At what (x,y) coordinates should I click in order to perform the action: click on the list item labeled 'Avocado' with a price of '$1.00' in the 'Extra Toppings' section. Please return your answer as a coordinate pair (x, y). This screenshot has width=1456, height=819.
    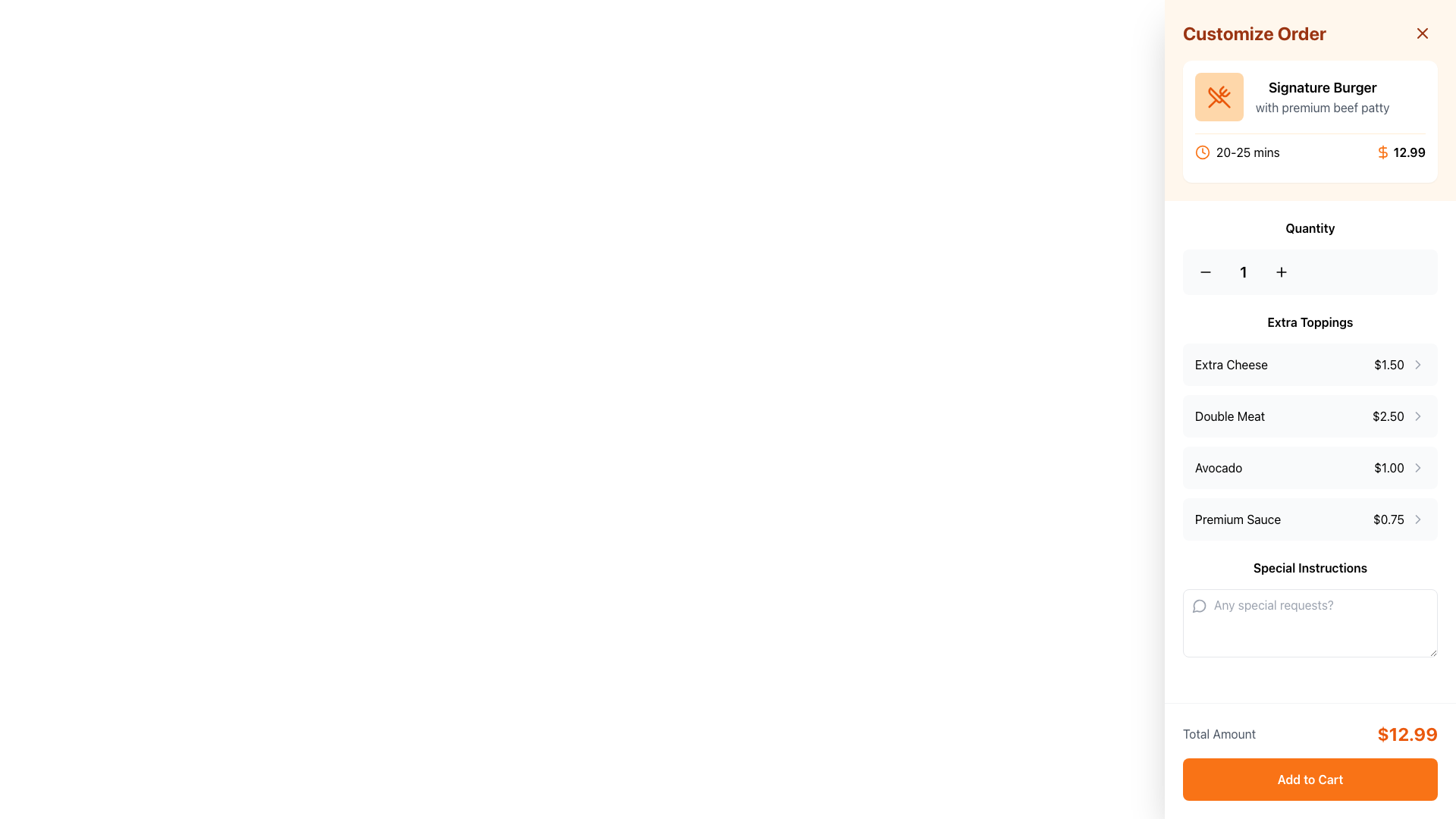
    Looking at the image, I should click on (1310, 441).